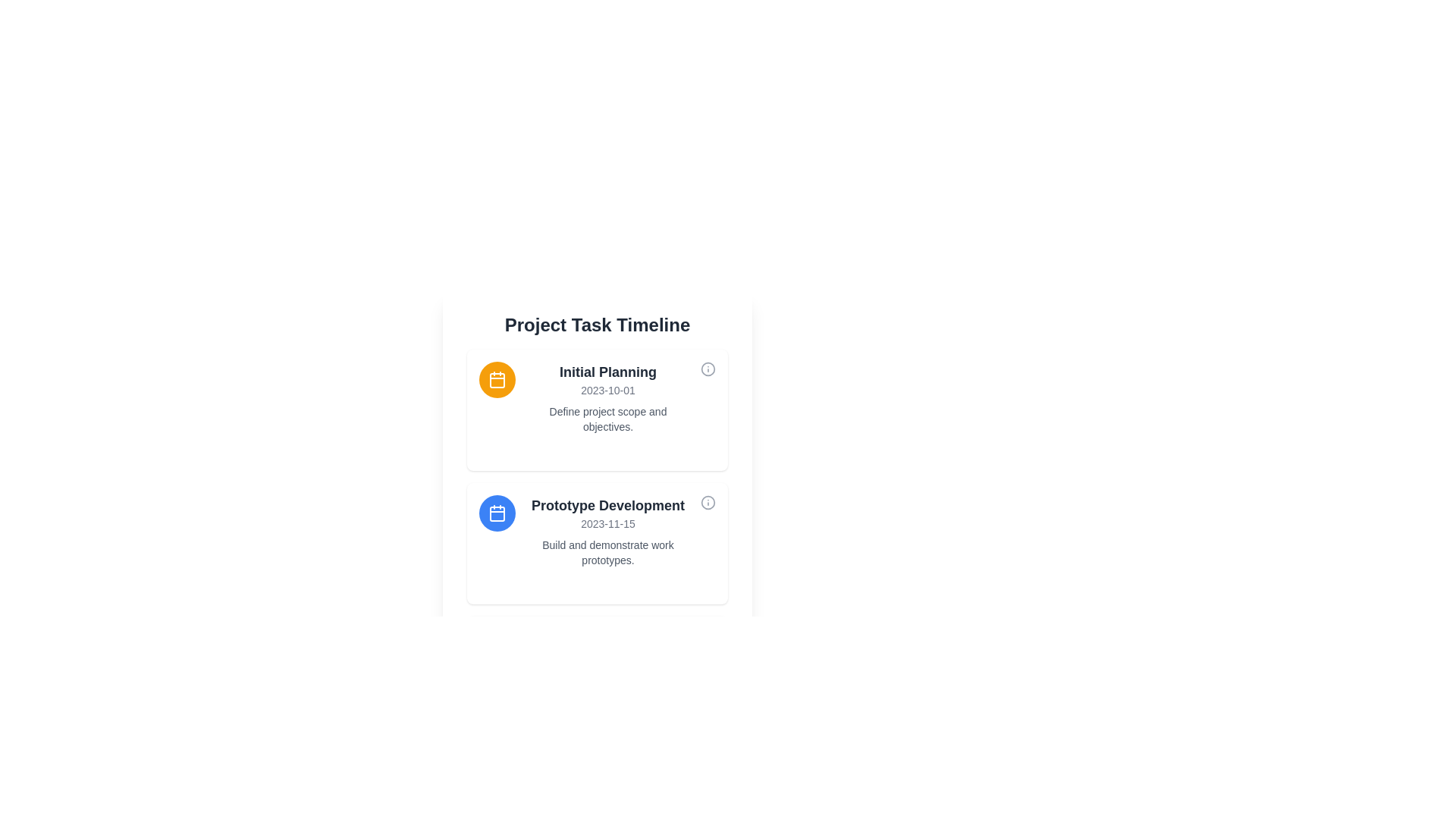  I want to click on the circular blue icon with a white calendar symbol that is located to the left of the text 'Prototype Development' and above the date '2023-11-15', so click(497, 513).